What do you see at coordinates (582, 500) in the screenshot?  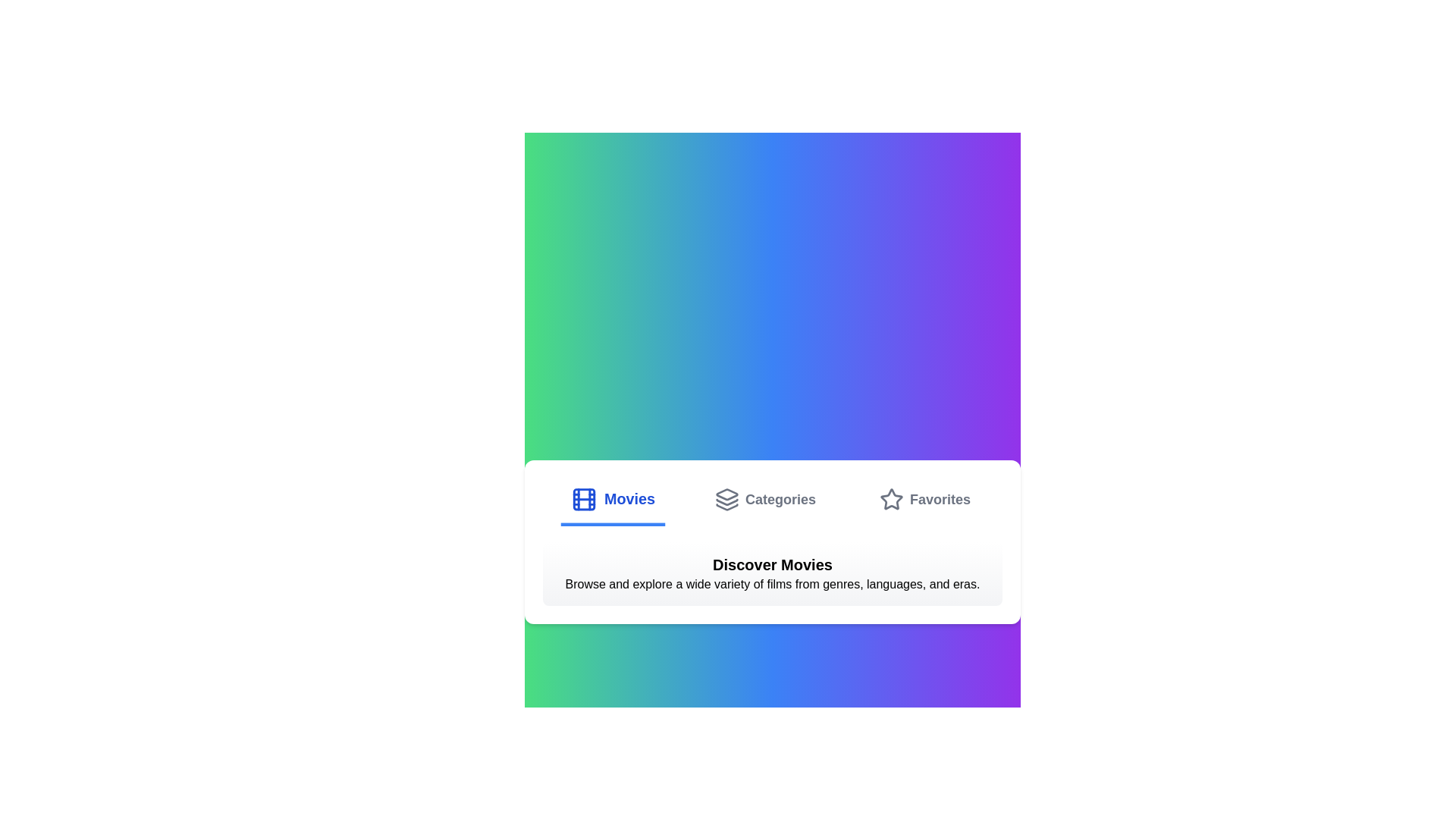 I see `the tab icon corresponding to Movies` at bounding box center [582, 500].